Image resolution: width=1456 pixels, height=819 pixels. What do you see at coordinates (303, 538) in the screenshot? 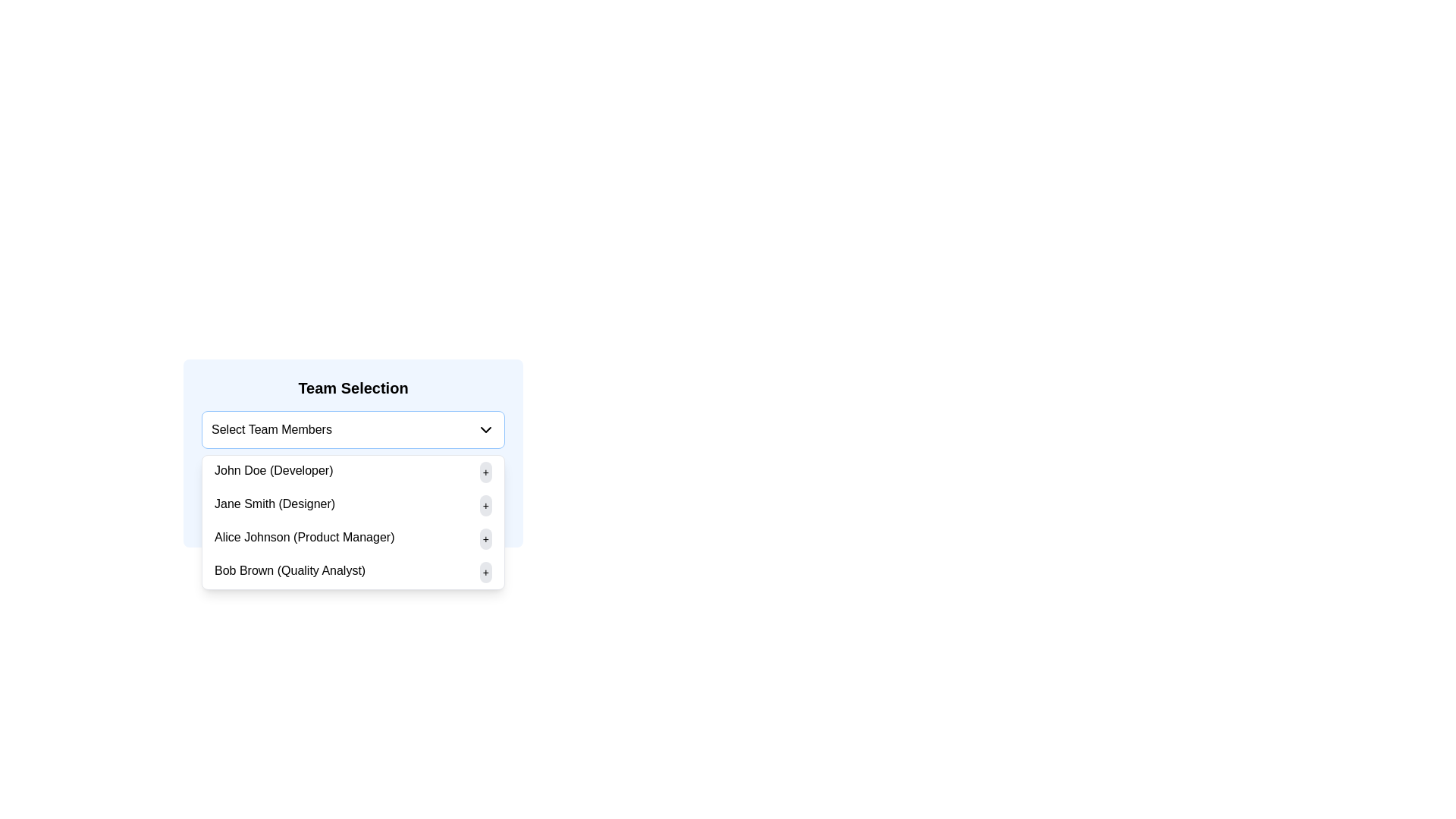
I see `the label identifying team member 'Alice Johnson', who is the 'Product Manager', in the team selection dropdown menu` at bounding box center [303, 538].